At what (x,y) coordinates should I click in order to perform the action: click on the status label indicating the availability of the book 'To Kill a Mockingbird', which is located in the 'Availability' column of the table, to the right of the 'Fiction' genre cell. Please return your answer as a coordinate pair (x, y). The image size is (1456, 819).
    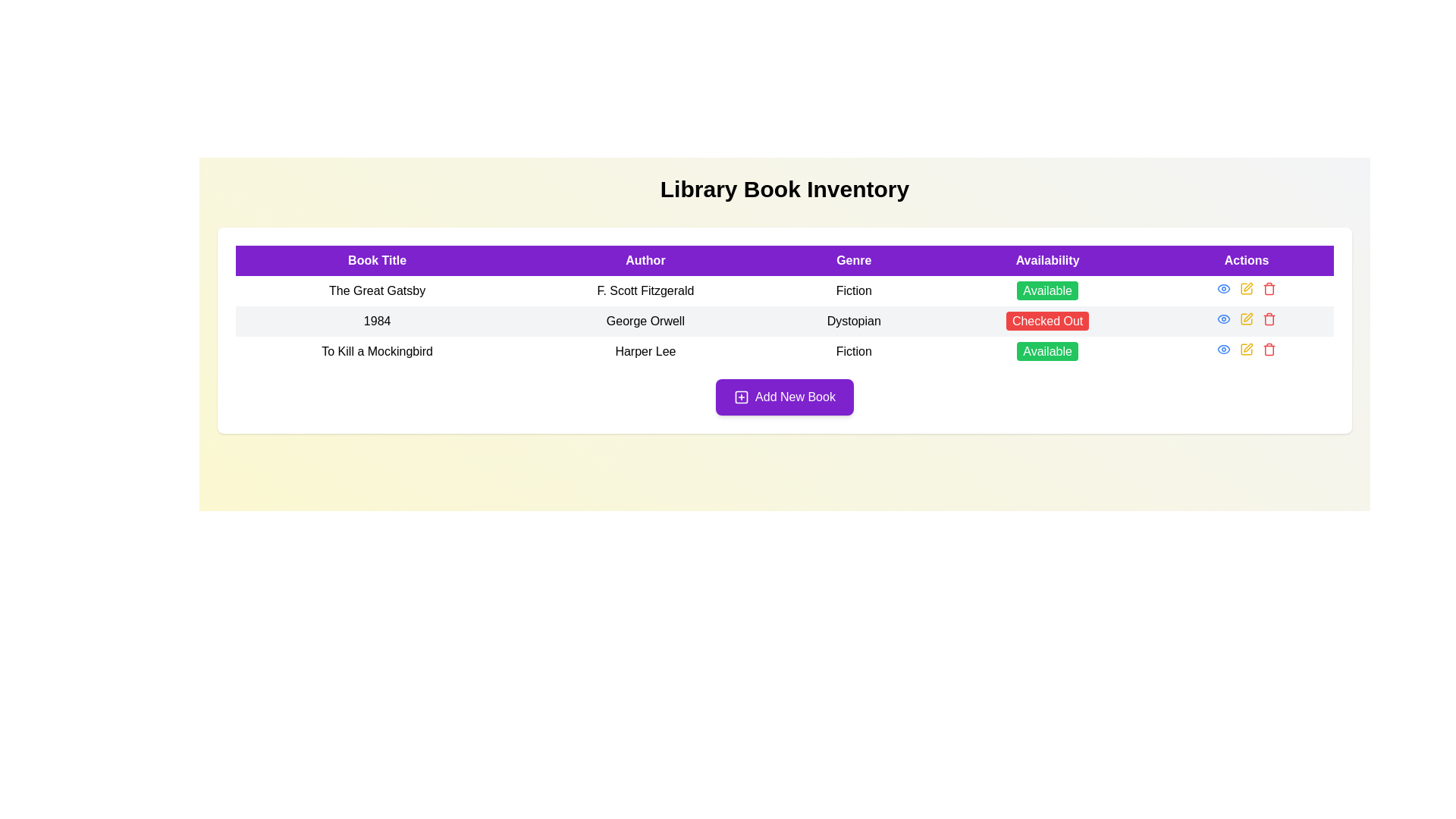
    Looking at the image, I should click on (1046, 351).